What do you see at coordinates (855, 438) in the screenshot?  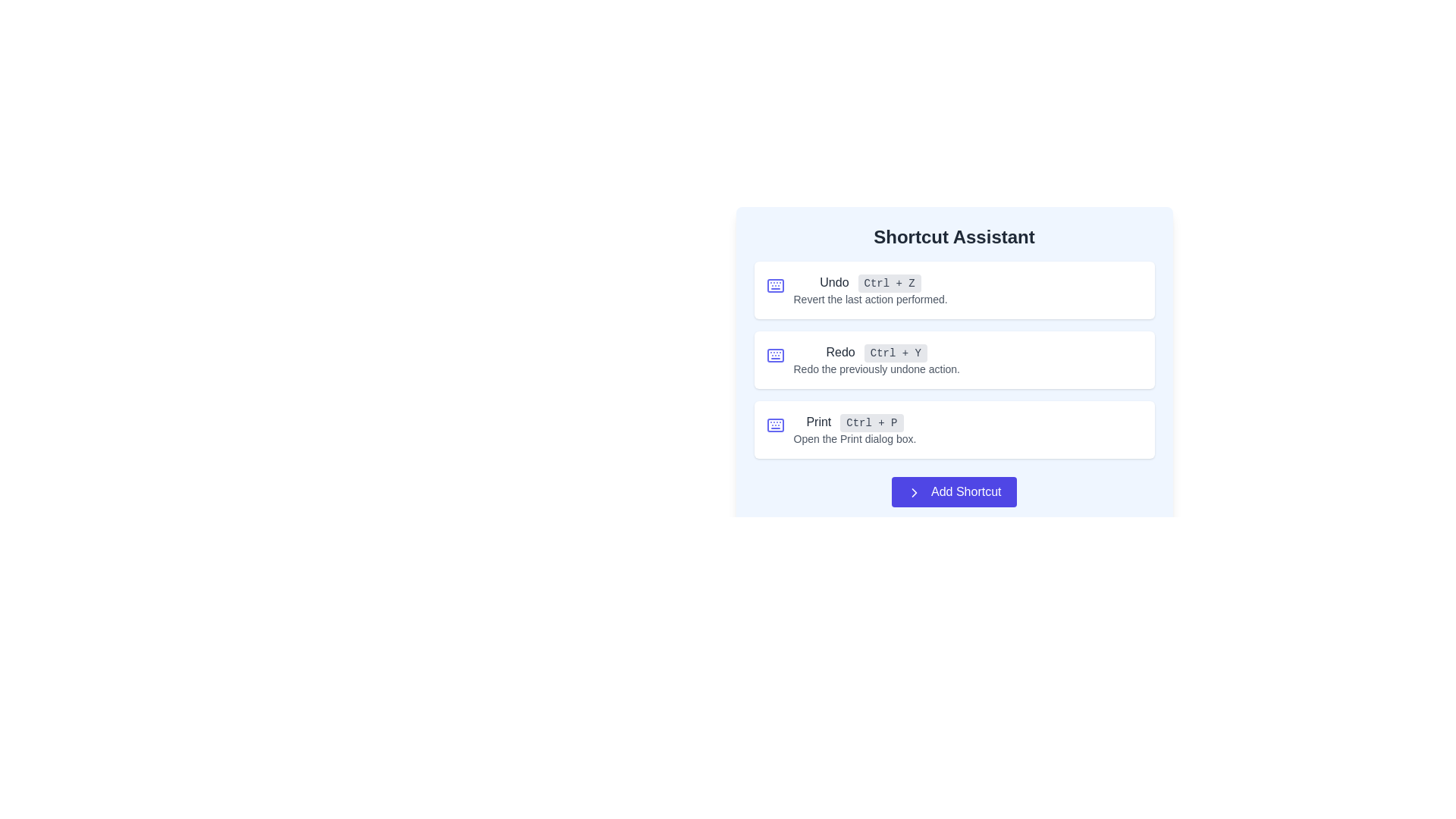 I see `the static text displaying 'Open the Print dialog box.' which is positioned below the shortcut 'Ctrl + P' in the 'Shortcut Assistant' window` at bounding box center [855, 438].